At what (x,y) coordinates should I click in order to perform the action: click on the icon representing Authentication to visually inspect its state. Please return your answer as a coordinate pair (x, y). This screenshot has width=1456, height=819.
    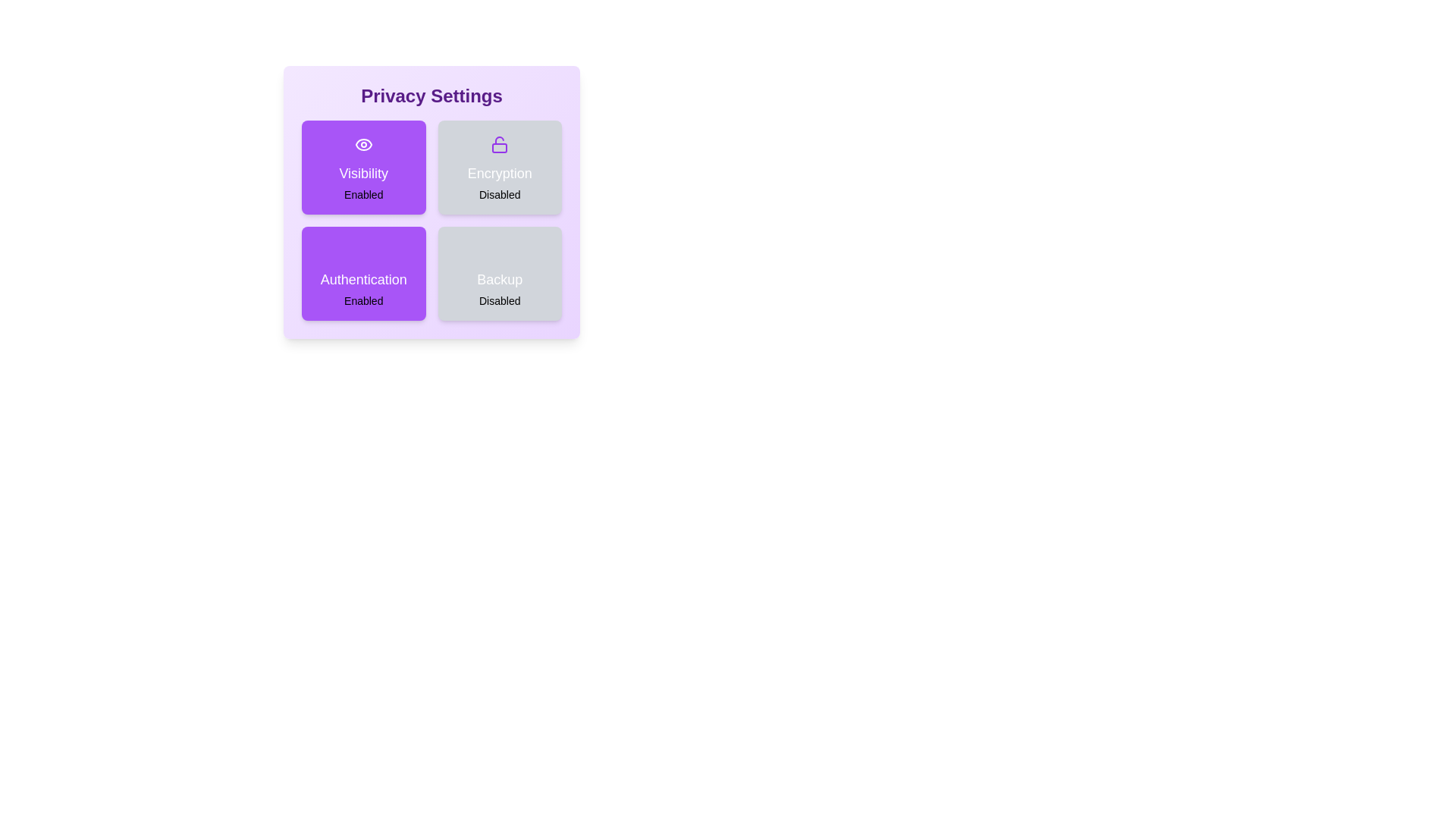
    Looking at the image, I should click on (362, 250).